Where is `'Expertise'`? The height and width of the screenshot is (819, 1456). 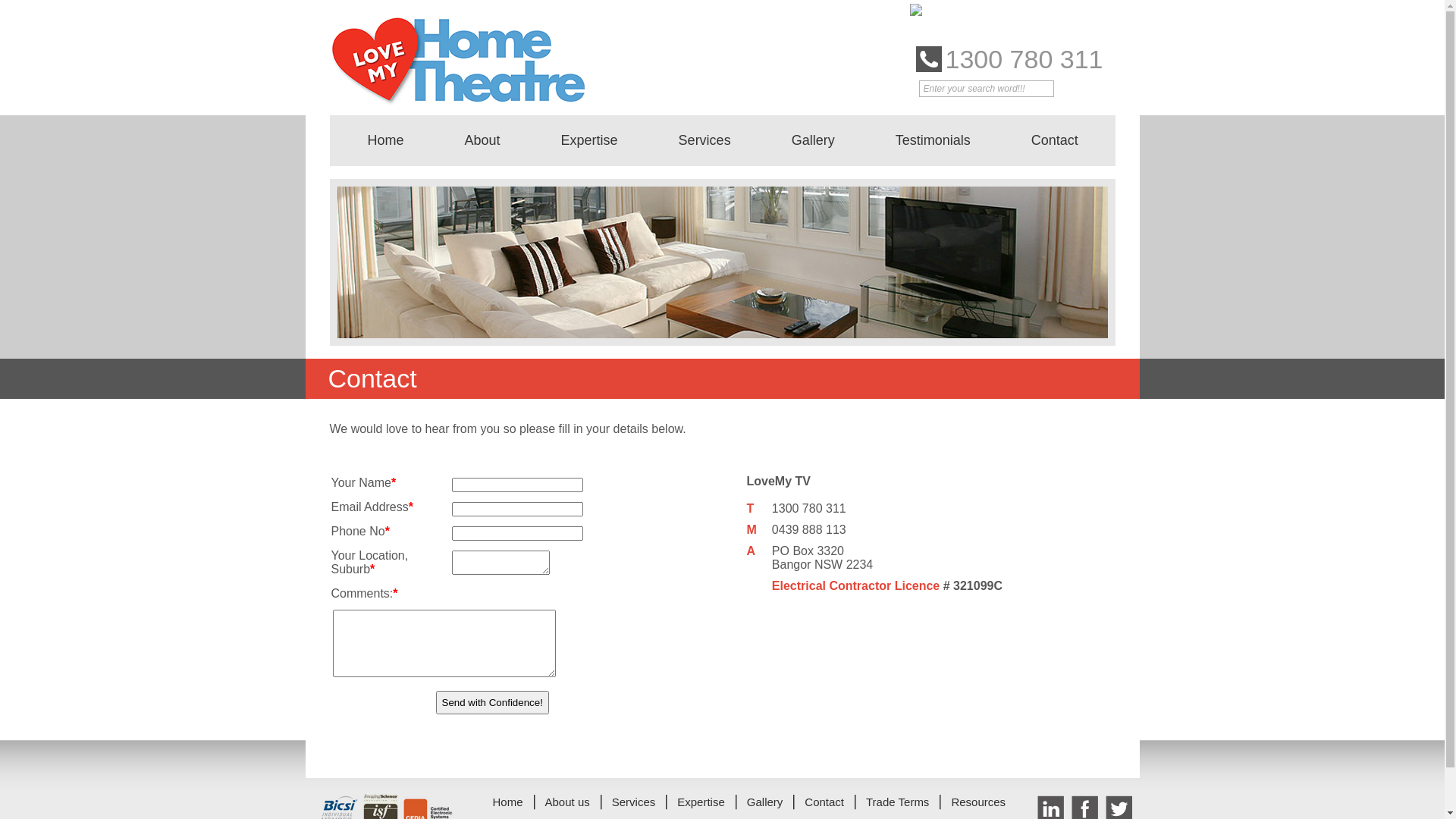
'Expertise' is located at coordinates (700, 801).